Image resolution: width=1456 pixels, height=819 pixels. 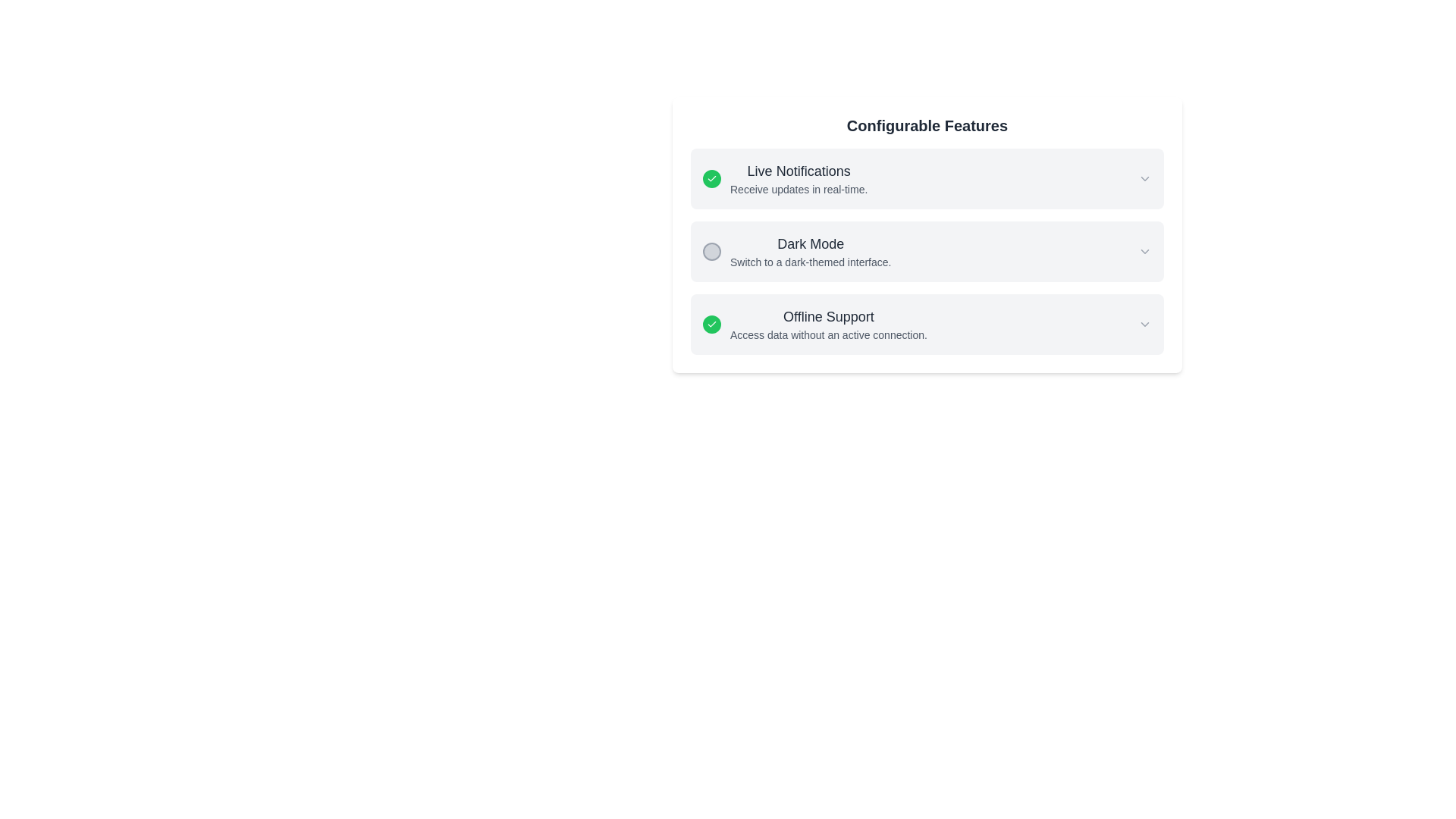 I want to click on the radio button for the Dark Mode configuration option, which is the second selectable option under 'Configurable Features', so click(x=927, y=250).